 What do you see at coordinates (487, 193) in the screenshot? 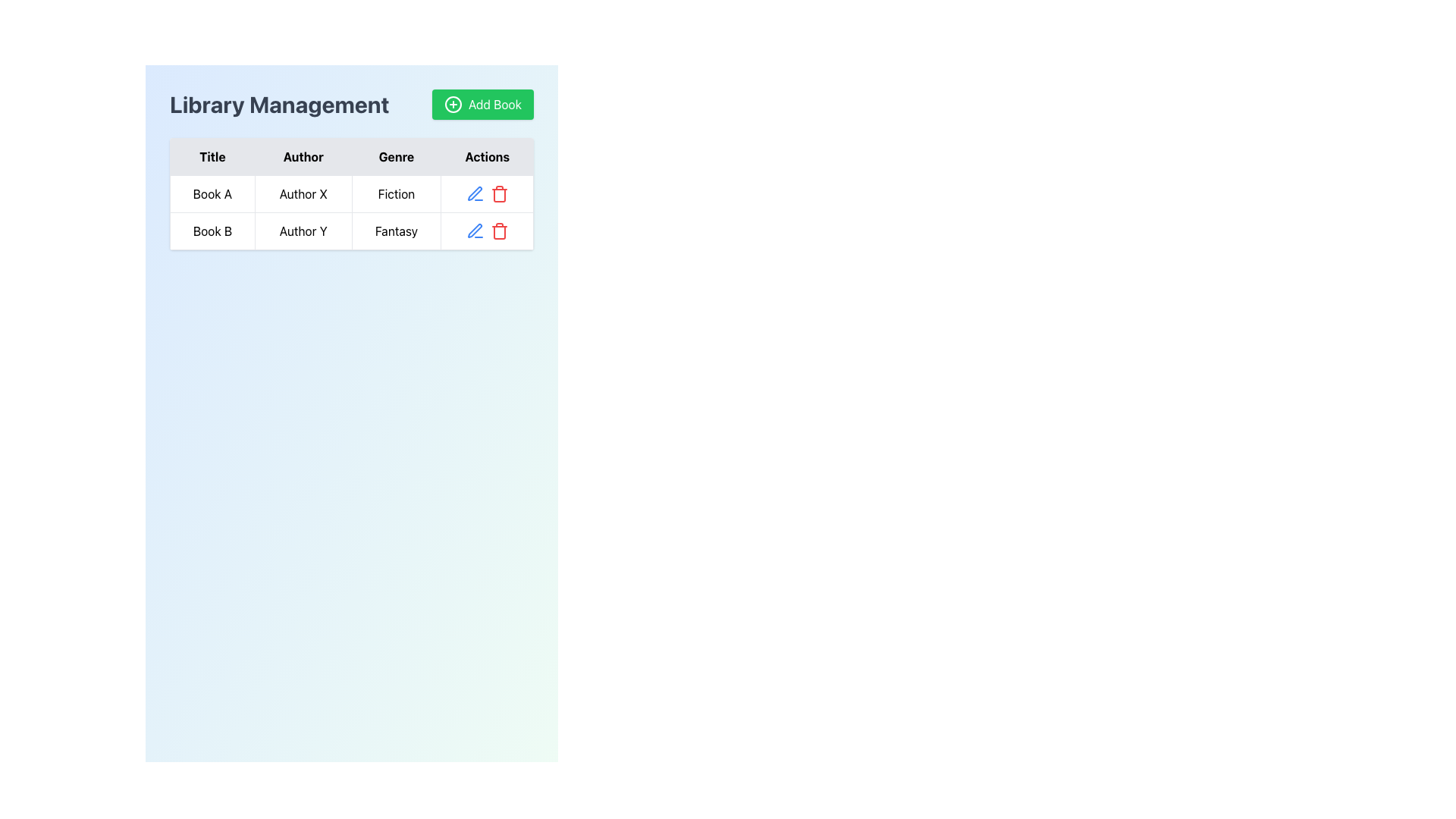
I see `the delete icon in the action area of the first row of the 'Library Management' table to confirm deletion` at bounding box center [487, 193].